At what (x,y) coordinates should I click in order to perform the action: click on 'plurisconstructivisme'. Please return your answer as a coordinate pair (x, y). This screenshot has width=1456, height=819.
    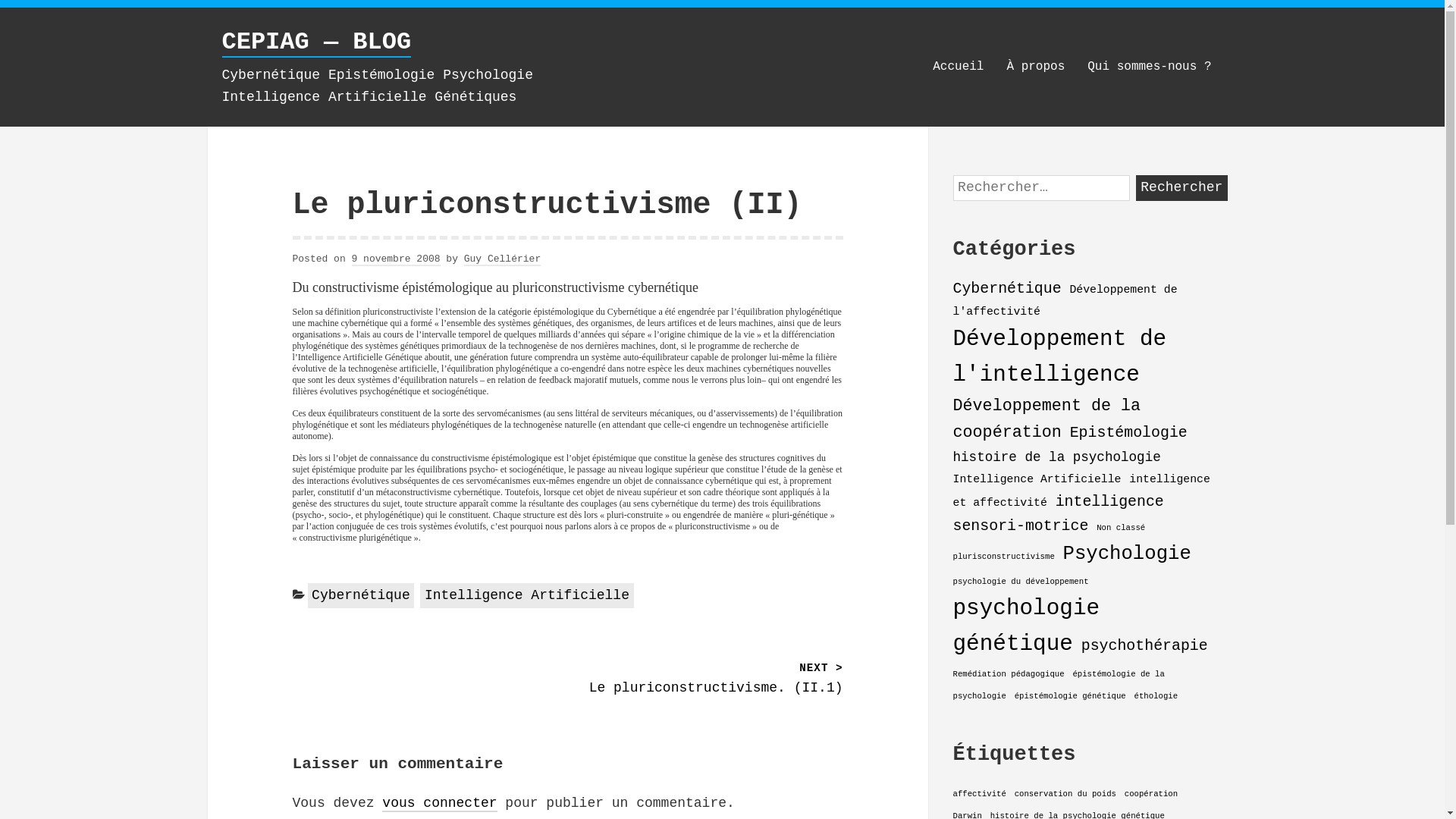
    Looking at the image, I should click on (1003, 556).